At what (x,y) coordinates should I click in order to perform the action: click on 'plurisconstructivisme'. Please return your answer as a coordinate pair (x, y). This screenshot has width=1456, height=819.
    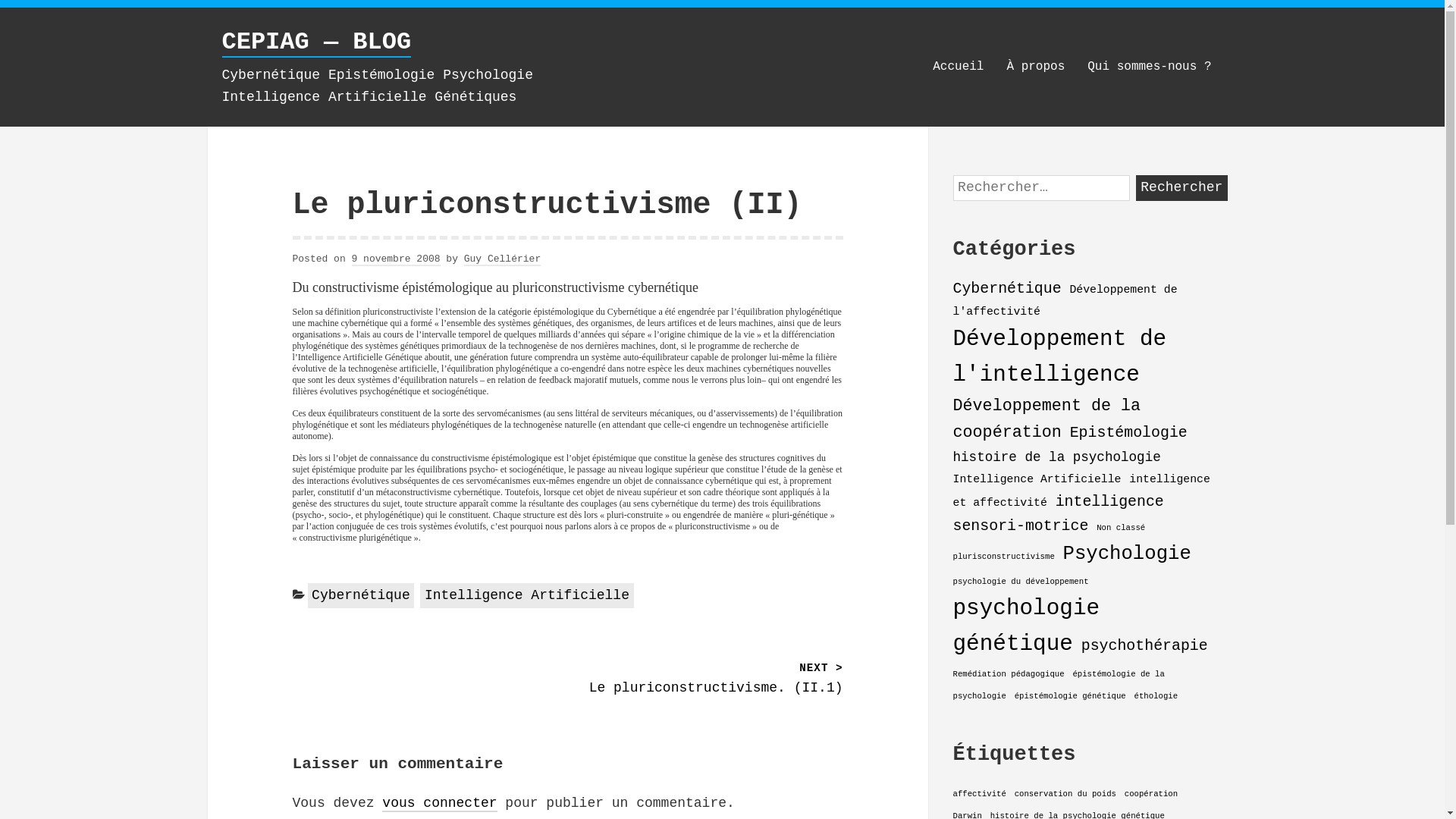
    Looking at the image, I should click on (1003, 556).